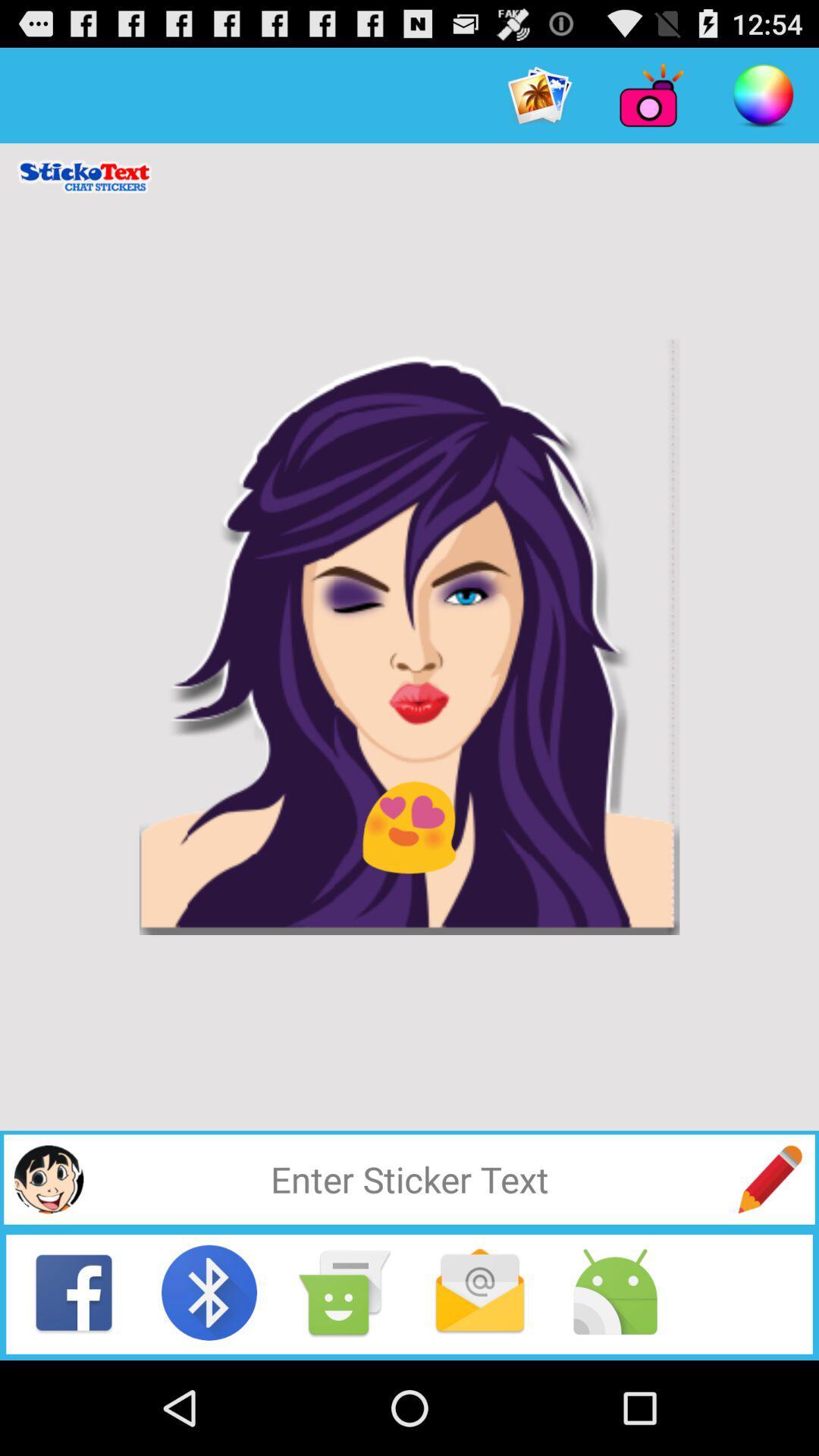 This screenshot has height=1456, width=819. Describe the element at coordinates (48, 1178) in the screenshot. I see `stickers` at that location.